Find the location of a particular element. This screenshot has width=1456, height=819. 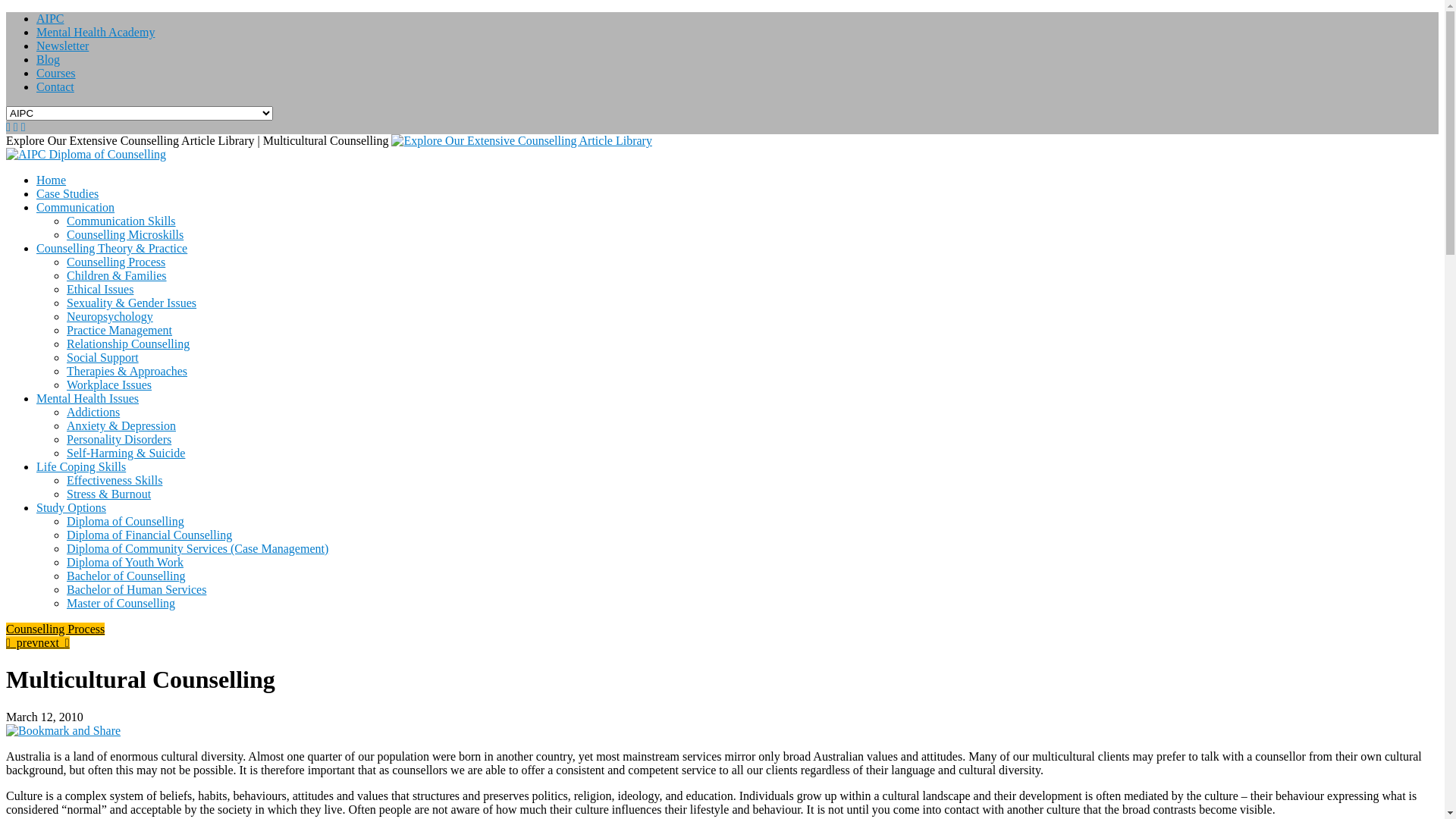

'Stress & Burnout' is located at coordinates (108, 494).